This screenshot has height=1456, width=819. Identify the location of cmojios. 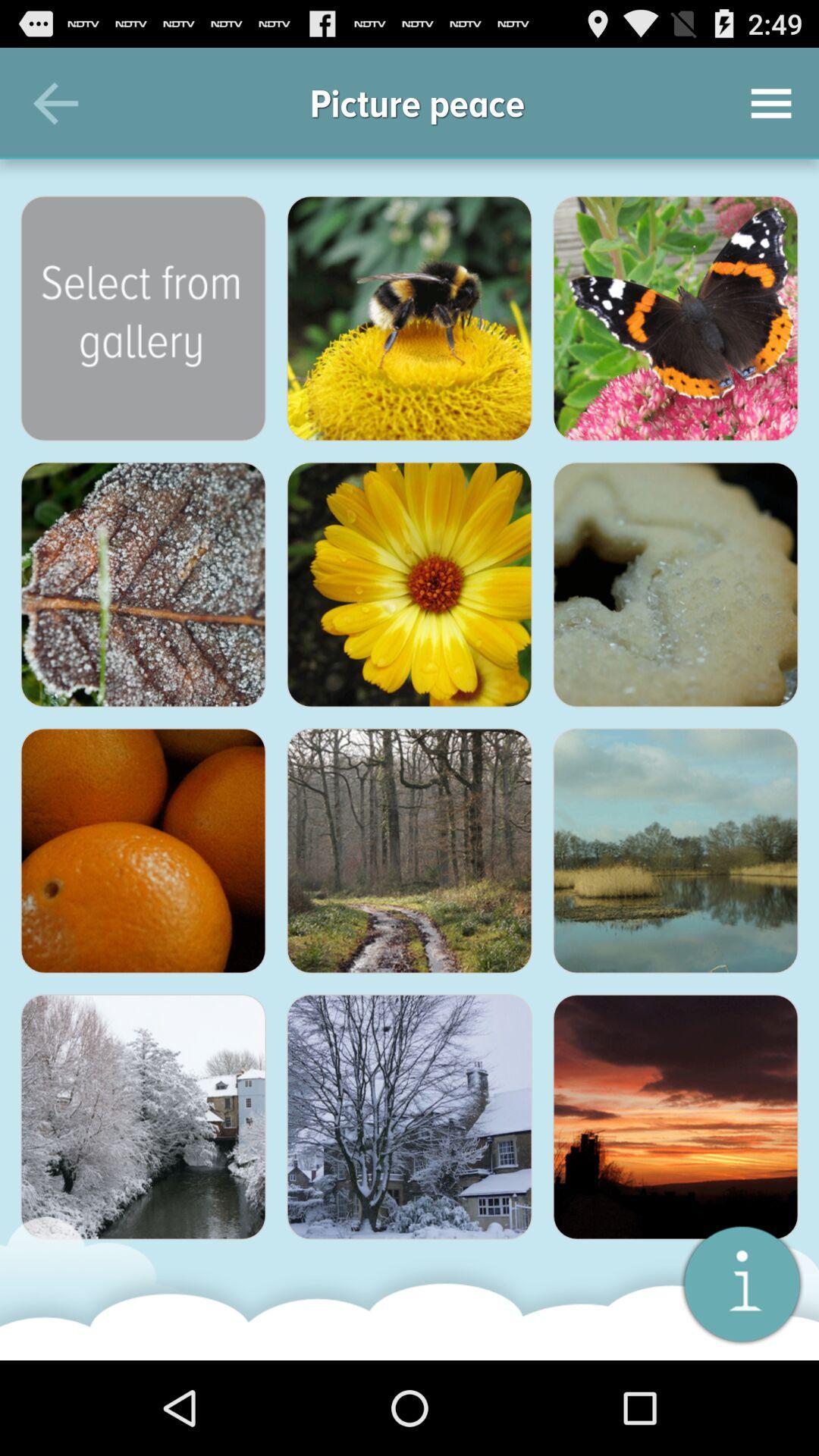
(741, 1282).